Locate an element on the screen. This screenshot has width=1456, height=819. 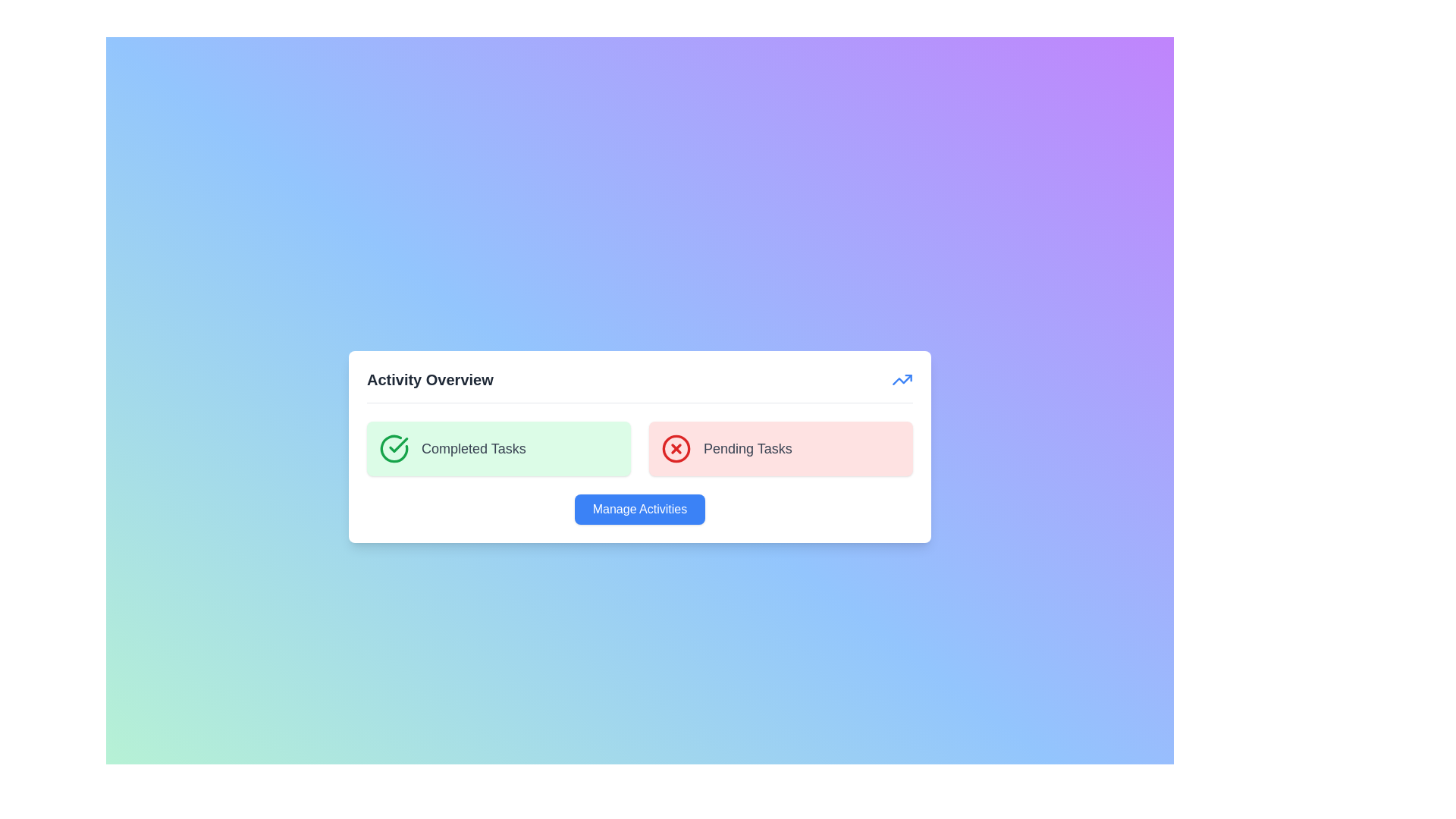
the Indicator Icon adjacent to the 'Pending Tasks' label to visually recognize tasks that need action is located at coordinates (676, 447).